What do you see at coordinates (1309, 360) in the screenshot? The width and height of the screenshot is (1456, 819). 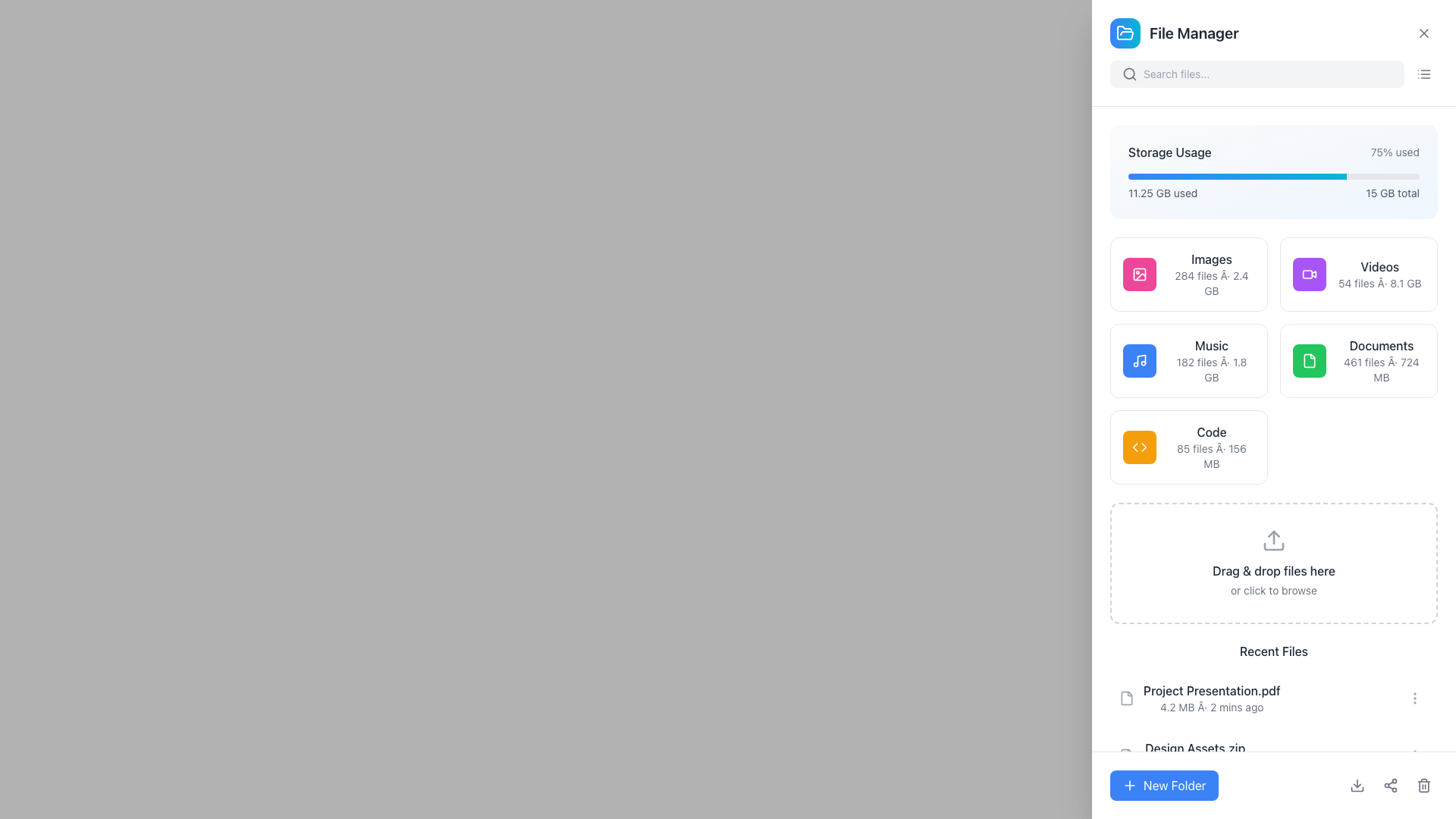 I see `the 'Documents' SVG Icon, which serves as a visual identifier for the files category in the card area on the right-hand side of the application` at bounding box center [1309, 360].